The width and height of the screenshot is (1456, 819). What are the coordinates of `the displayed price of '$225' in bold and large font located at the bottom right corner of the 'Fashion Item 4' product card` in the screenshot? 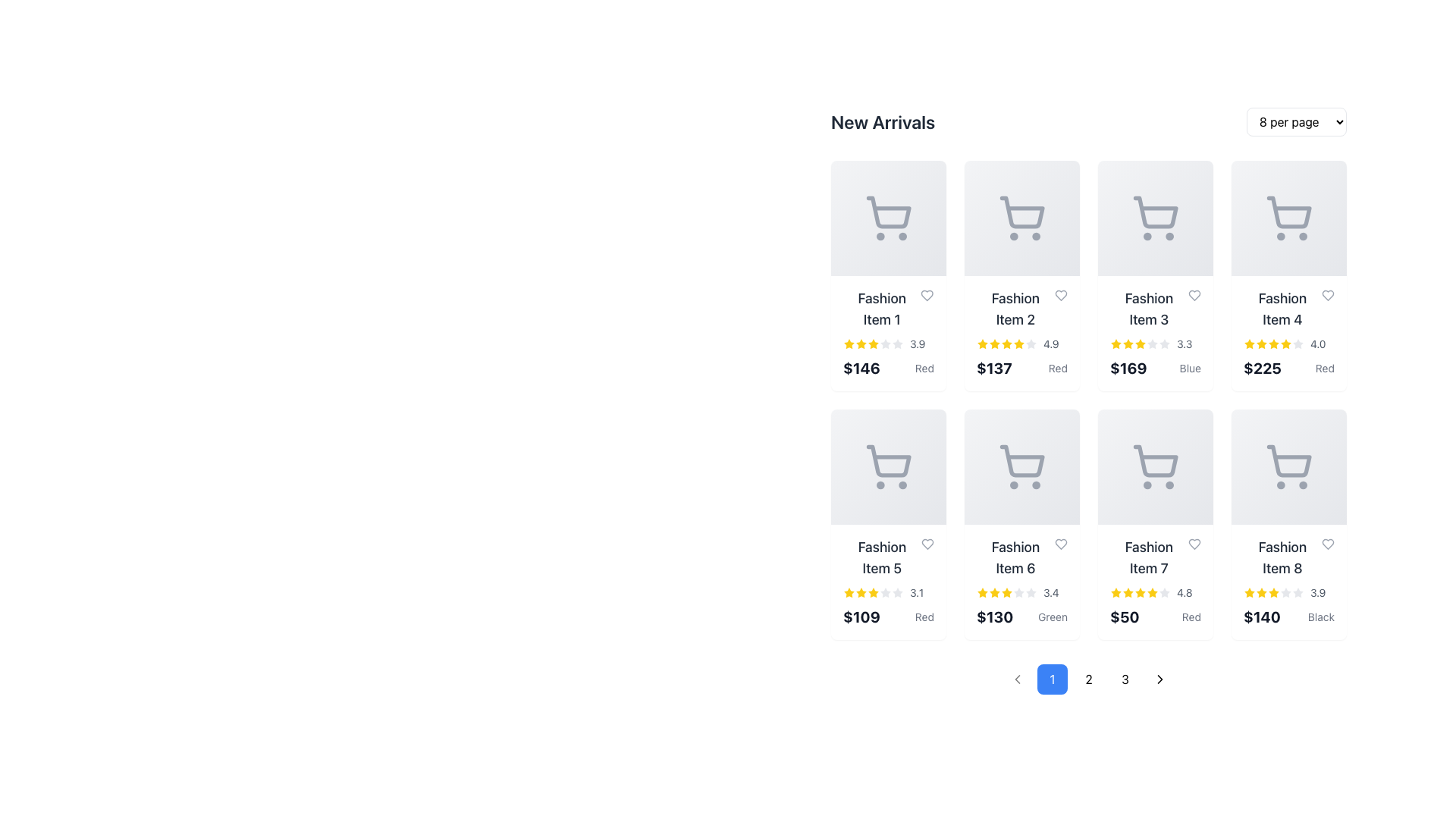 It's located at (1263, 369).